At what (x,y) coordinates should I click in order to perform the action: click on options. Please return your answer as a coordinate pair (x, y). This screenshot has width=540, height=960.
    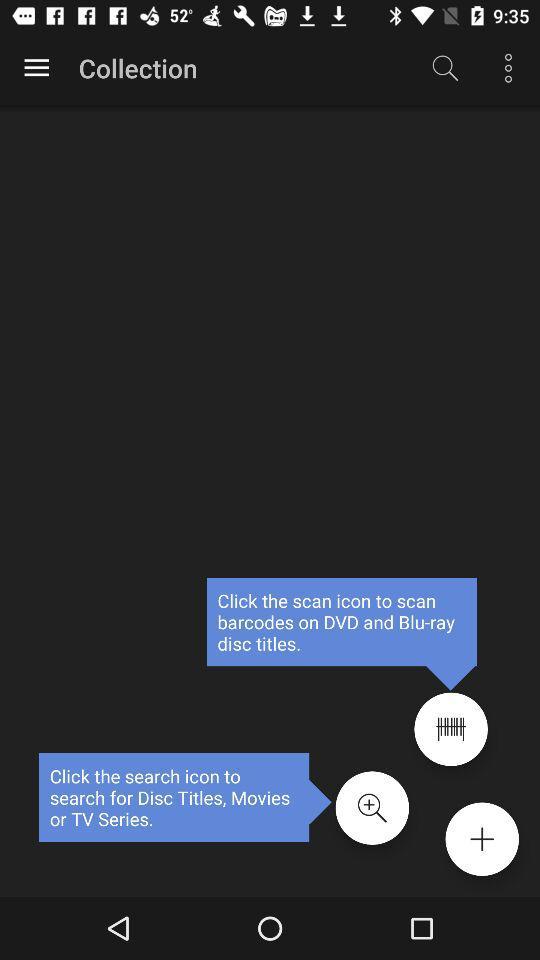
    Looking at the image, I should click on (481, 839).